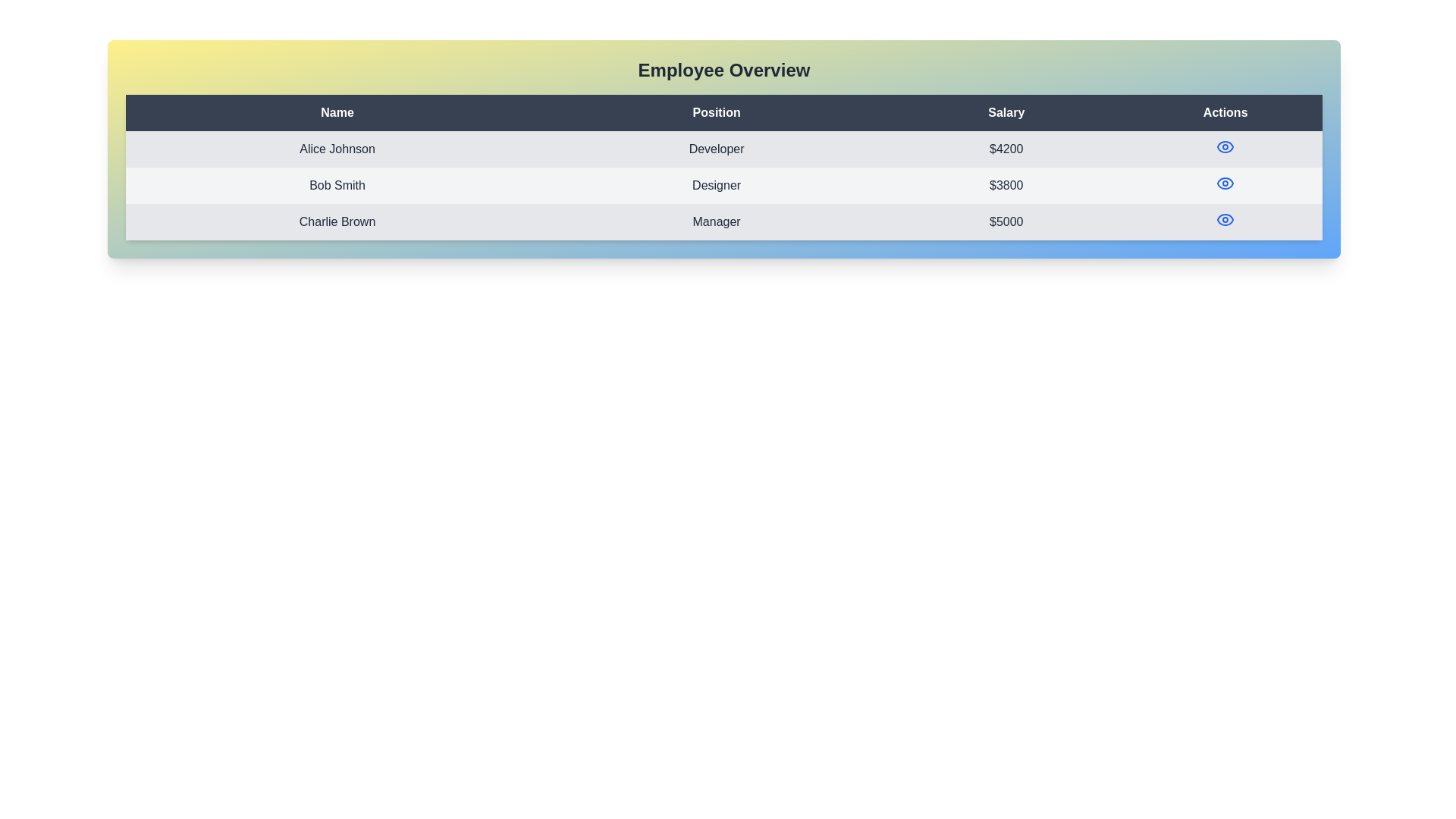 Image resolution: width=1456 pixels, height=819 pixels. Describe the element at coordinates (716, 185) in the screenshot. I see `the text indicating the job position of 'Bob Smith' located in the second row of the table under the 'Position' column` at that location.